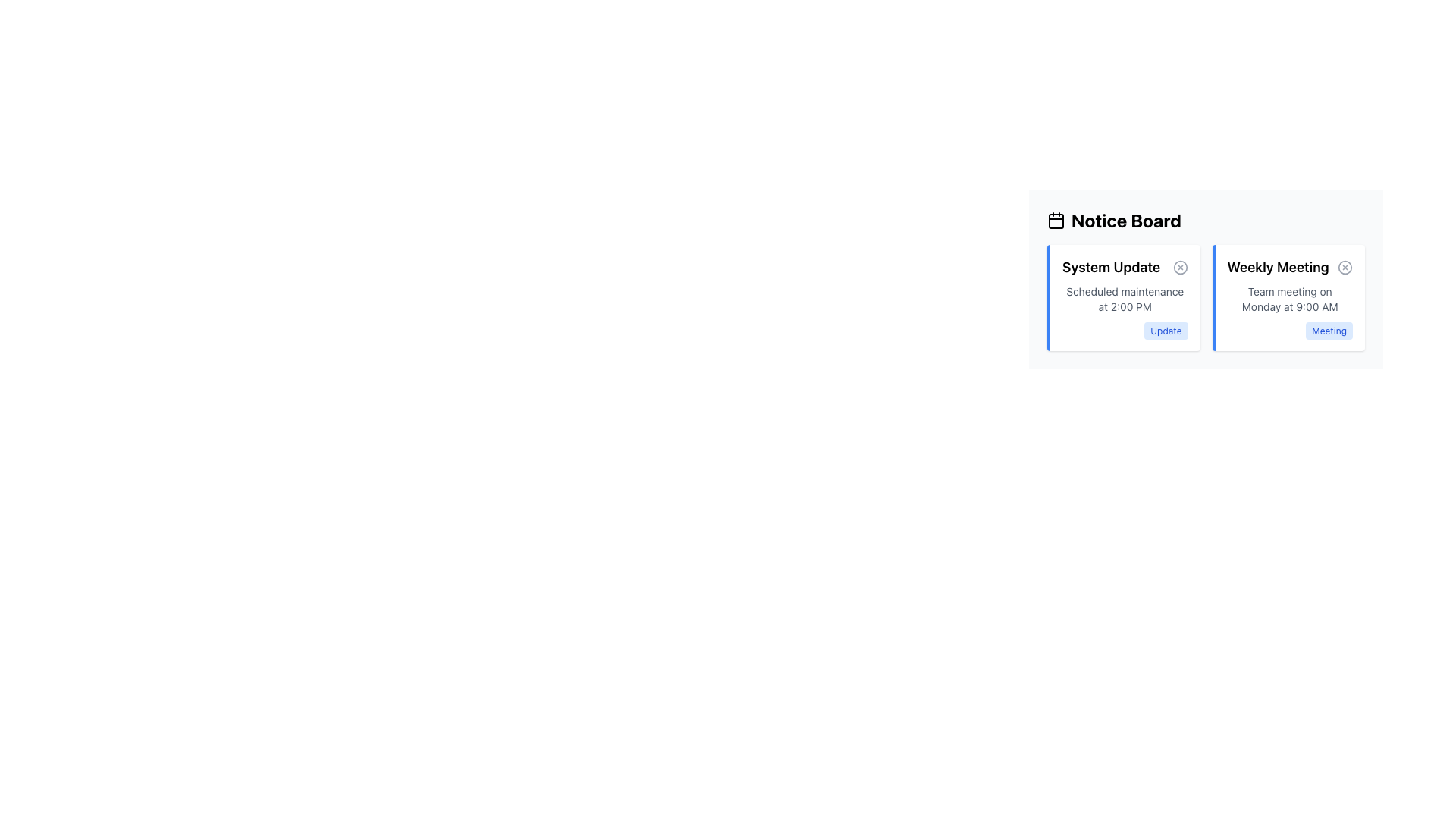  I want to click on the SVG circle icon used for cancellation or removal within the 'Weekly Meeting' card on the Notice Board section, so click(1345, 267).